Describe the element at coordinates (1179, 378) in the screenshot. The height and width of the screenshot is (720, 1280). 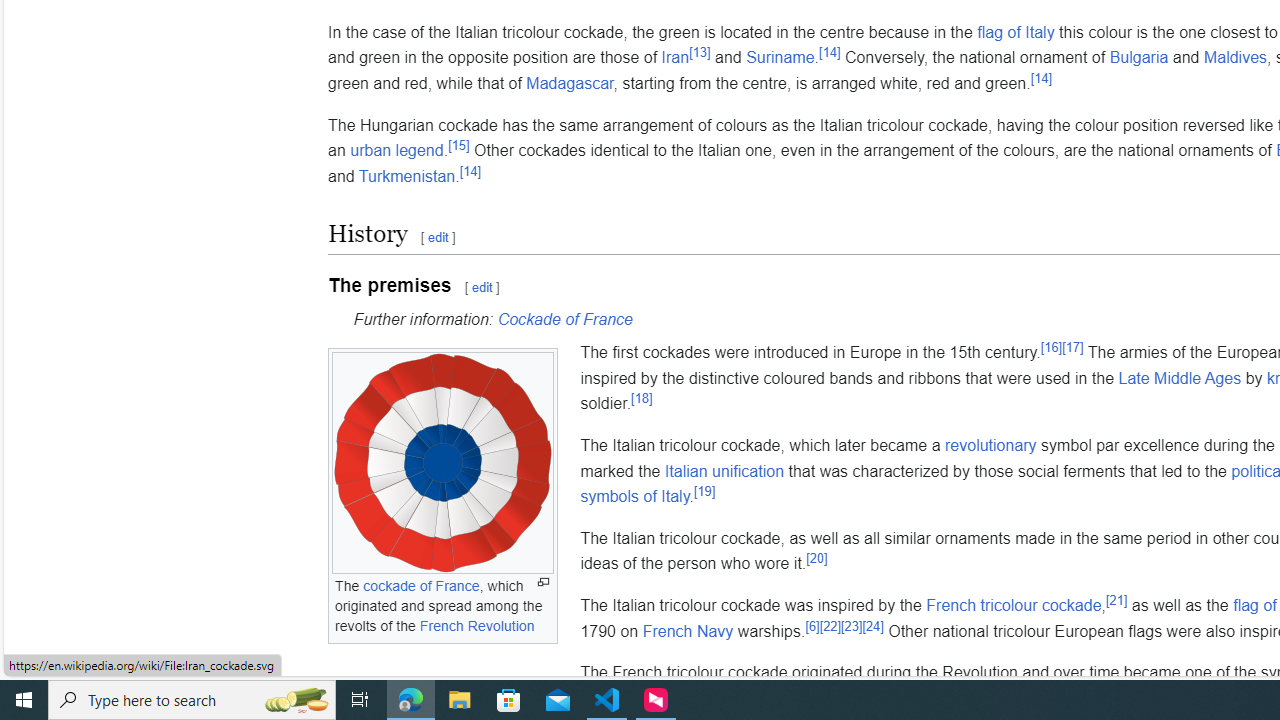
I see `'Late Middle Ages'` at that location.